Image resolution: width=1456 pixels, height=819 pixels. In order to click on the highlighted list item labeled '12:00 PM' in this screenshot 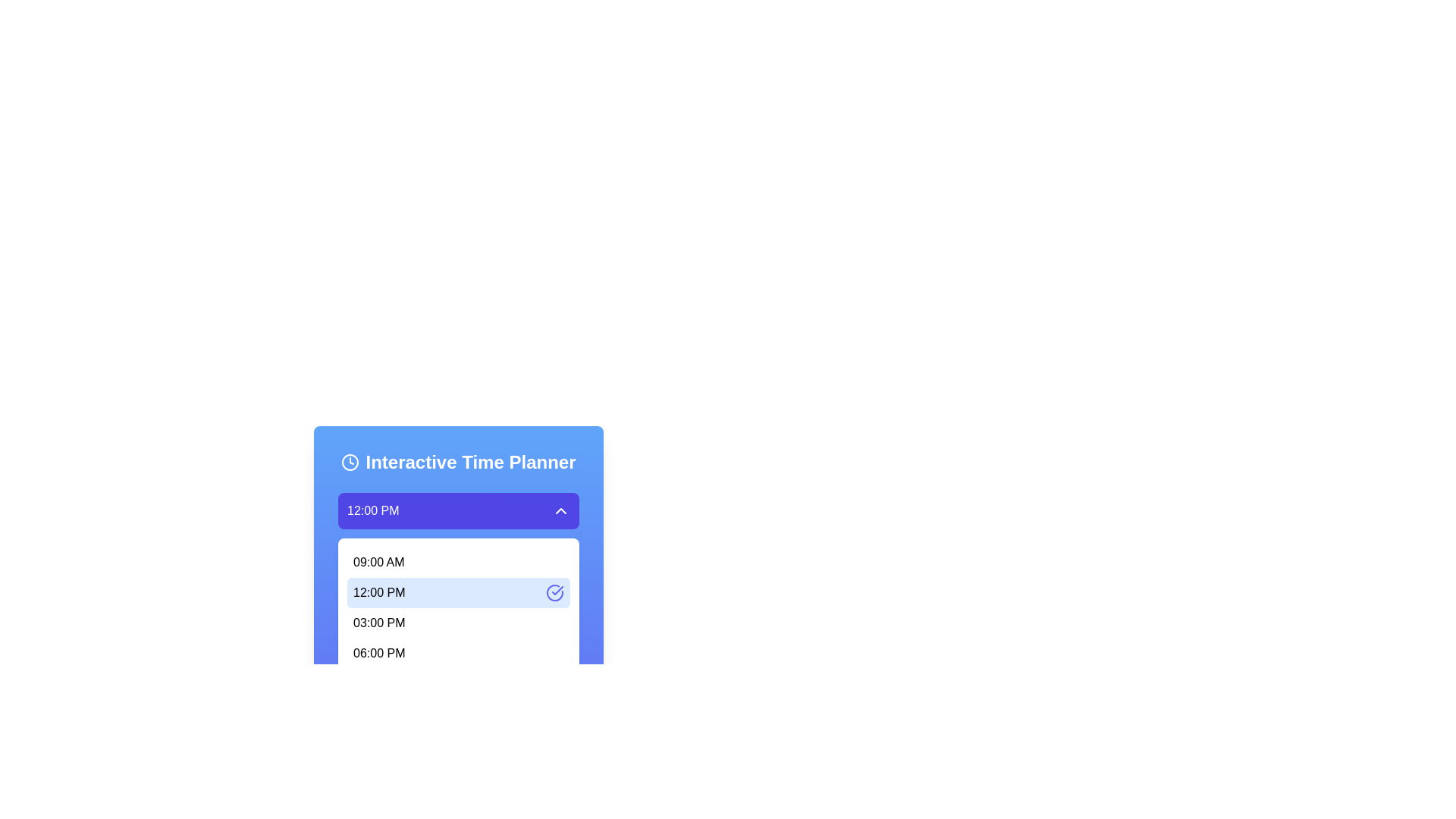, I will do `click(457, 599)`.